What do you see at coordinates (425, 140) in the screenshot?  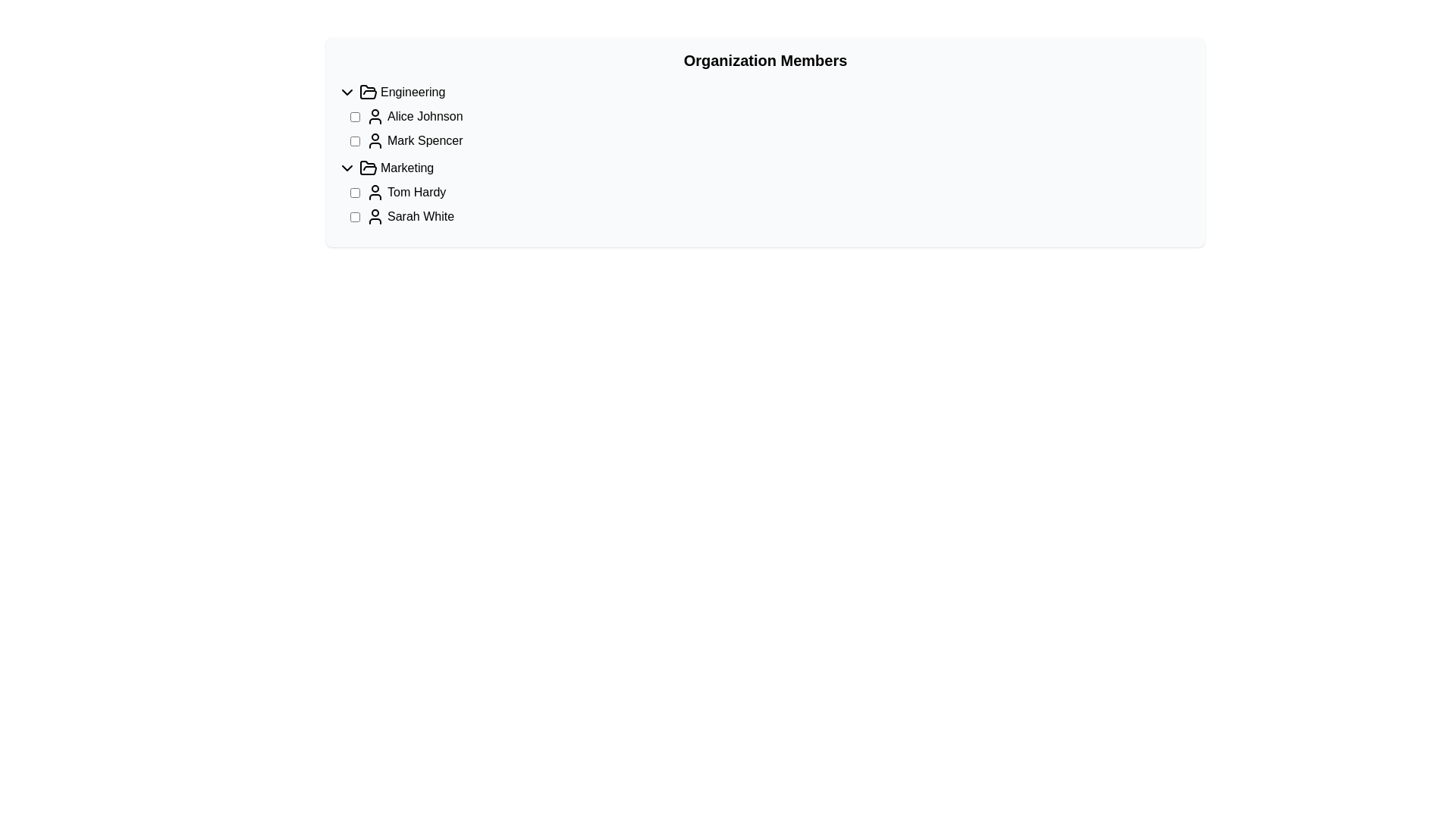 I see `the text label displaying the name 'Mark Spencer', which is positioned adjacent to a profile icon and is part of a user-related information row` at bounding box center [425, 140].